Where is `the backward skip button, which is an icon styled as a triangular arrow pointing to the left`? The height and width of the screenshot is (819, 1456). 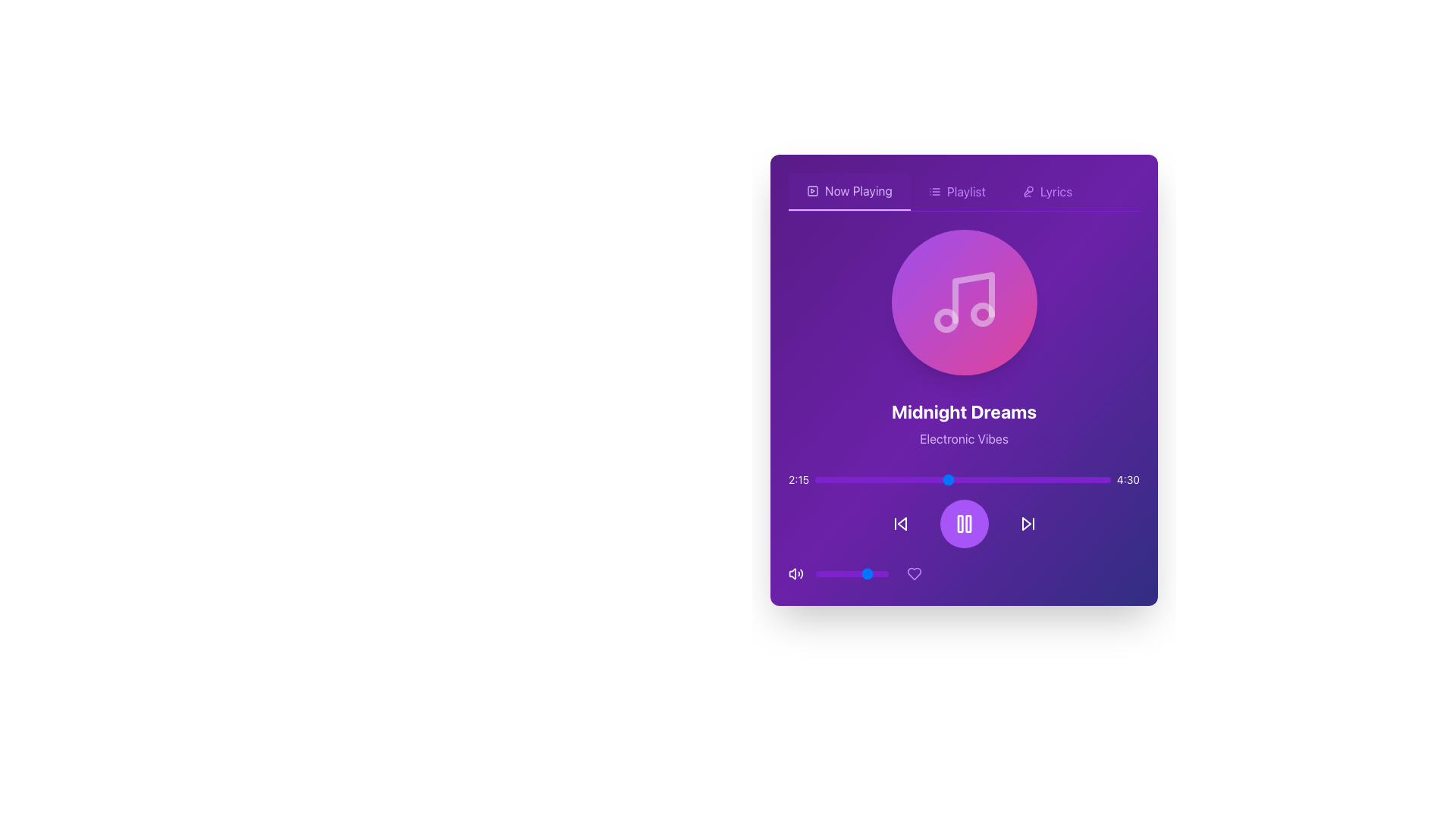 the backward skip button, which is an icon styled as a triangular arrow pointing to the left is located at coordinates (900, 522).